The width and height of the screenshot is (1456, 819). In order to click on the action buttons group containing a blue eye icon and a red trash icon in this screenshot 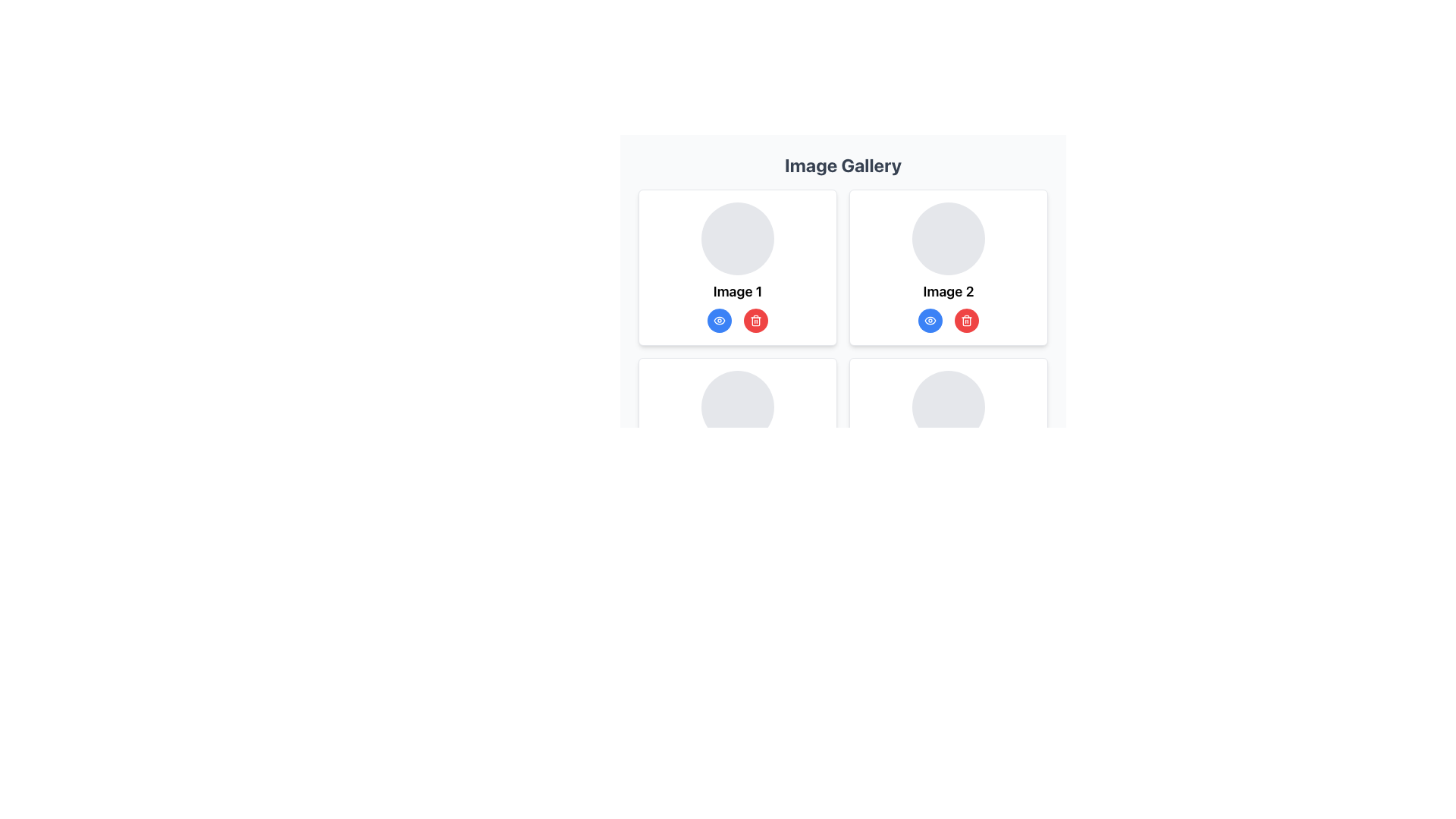, I will do `click(738, 320)`.